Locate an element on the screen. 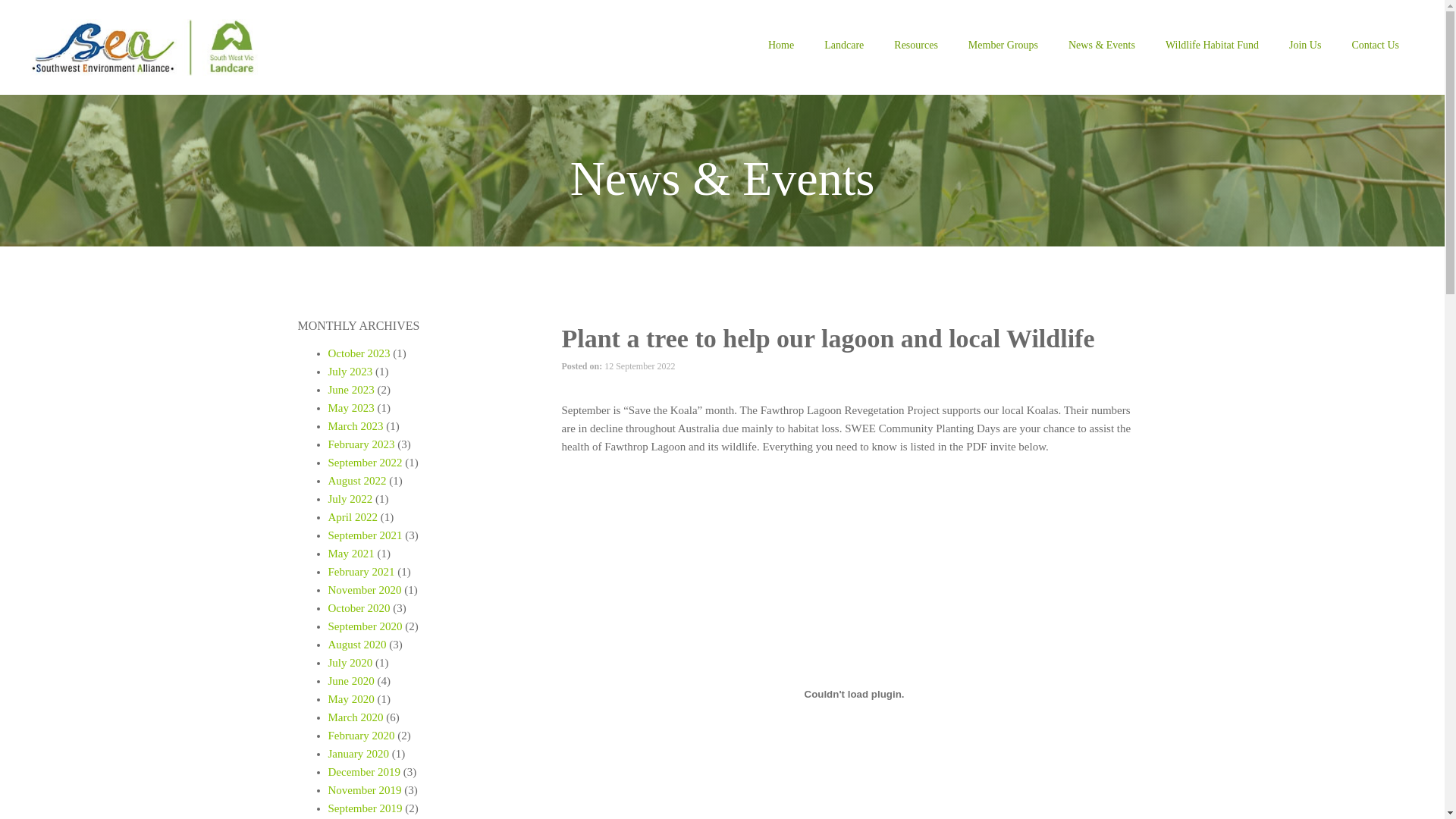  'July 2023' is located at coordinates (327, 371).